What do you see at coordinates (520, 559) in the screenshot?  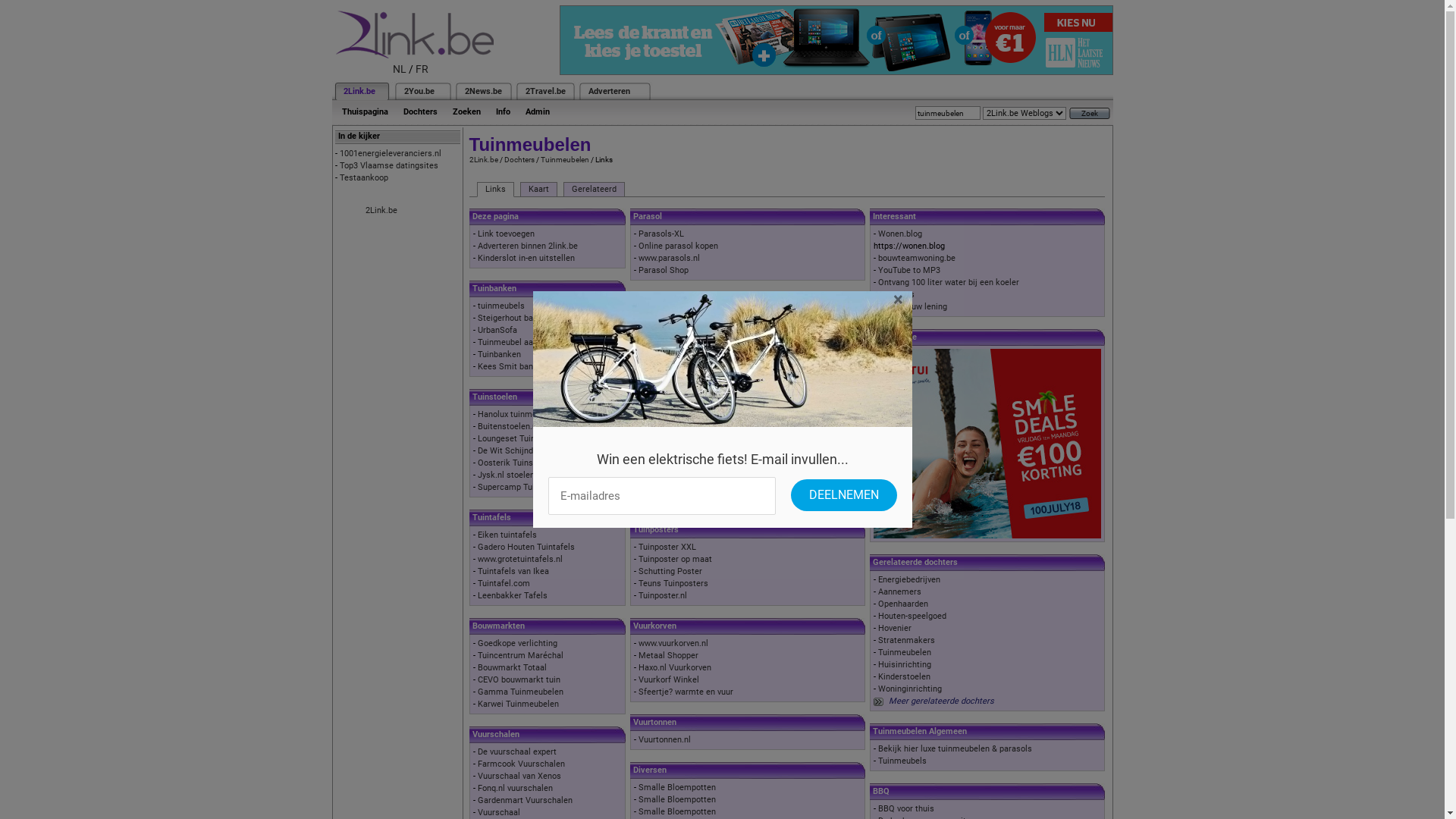 I see `'www.grotetuintafels.nl'` at bounding box center [520, 559].